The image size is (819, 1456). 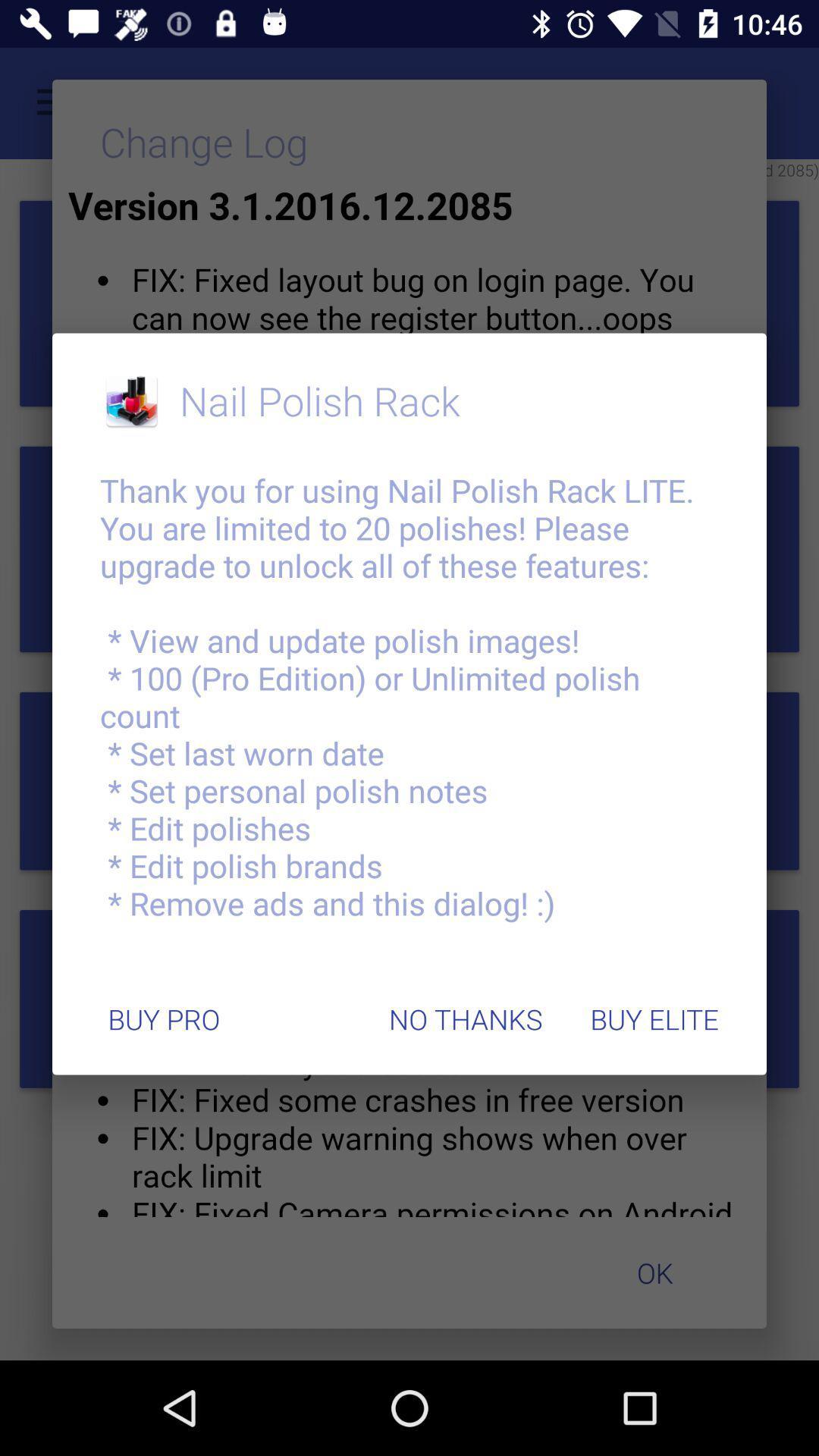 I want to click on the icon next to the no thanks item, so click(x=654, y=1019).